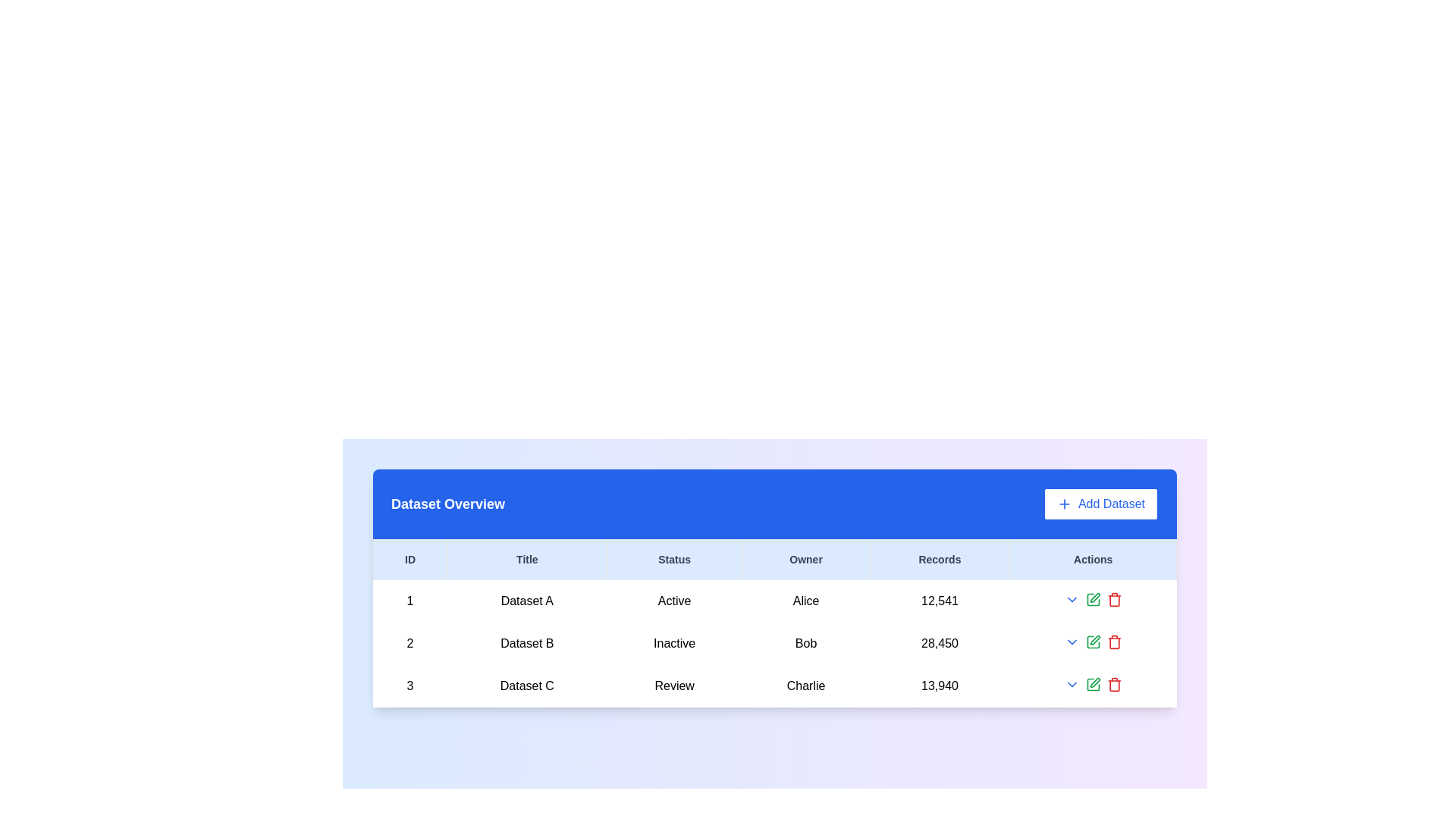 This screenshot has width=1456, height=819. What do you see at coordinates (1100, 504) in the screenshot?
I see `the 'Add Dataset' button, which has a white background, blue border, and a plus icon, located at the top-right corner next to 'Dataset Overview'` at bounding box center [1100, 504].